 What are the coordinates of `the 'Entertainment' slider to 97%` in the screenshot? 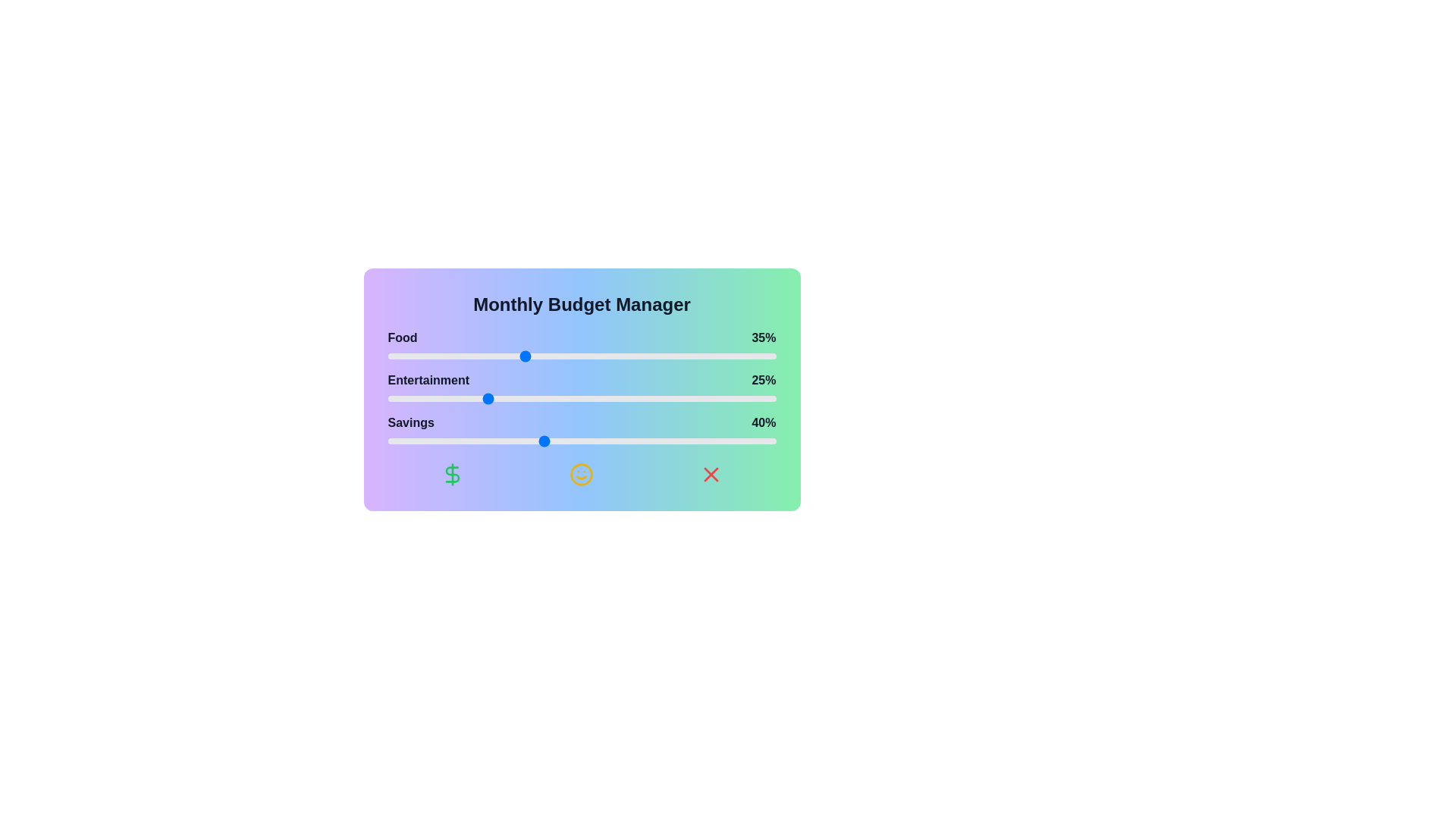 It's located at (764, 397).